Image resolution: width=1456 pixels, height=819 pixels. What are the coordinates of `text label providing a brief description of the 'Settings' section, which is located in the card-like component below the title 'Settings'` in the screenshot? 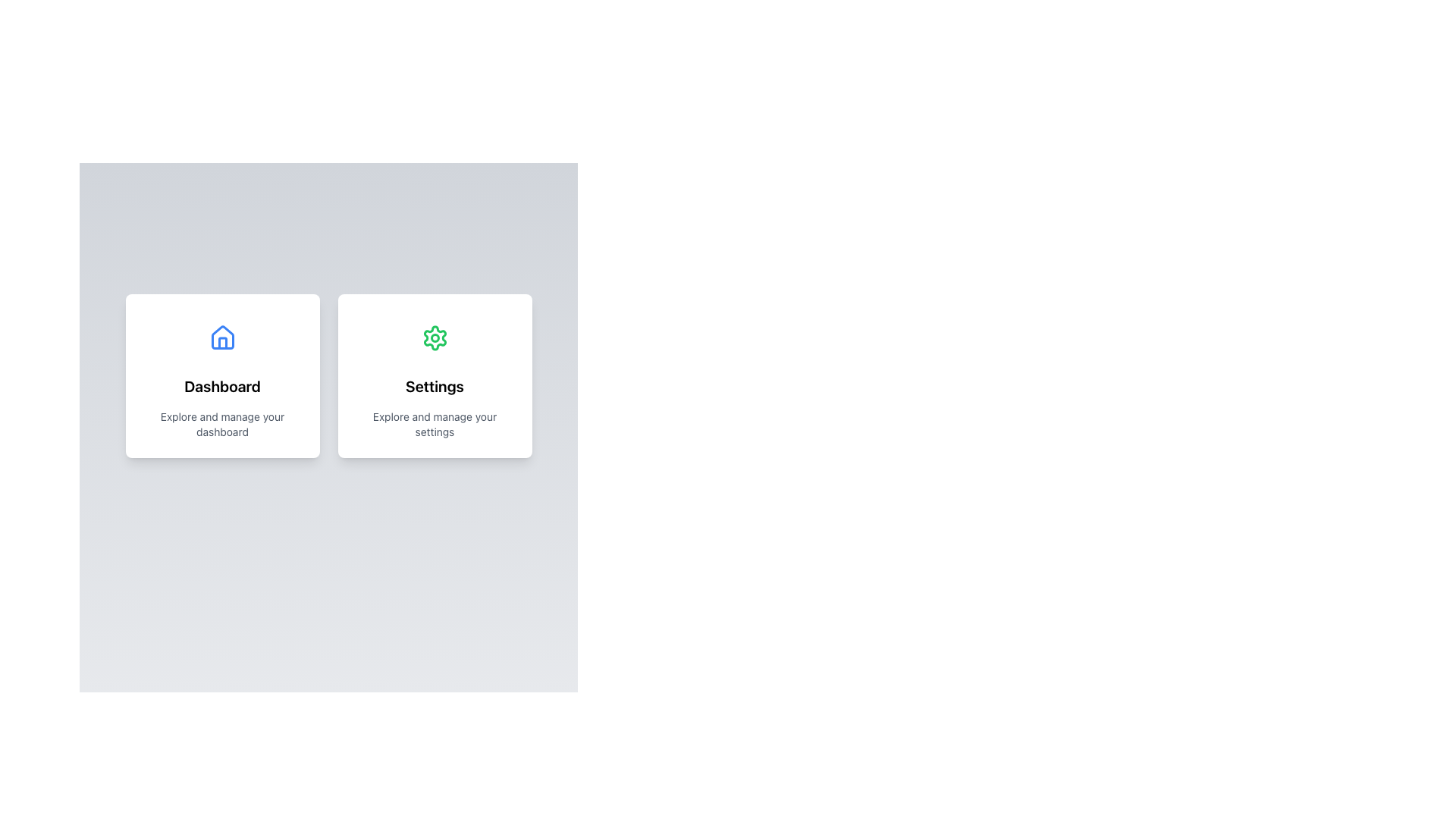 It's located at (434, 424).